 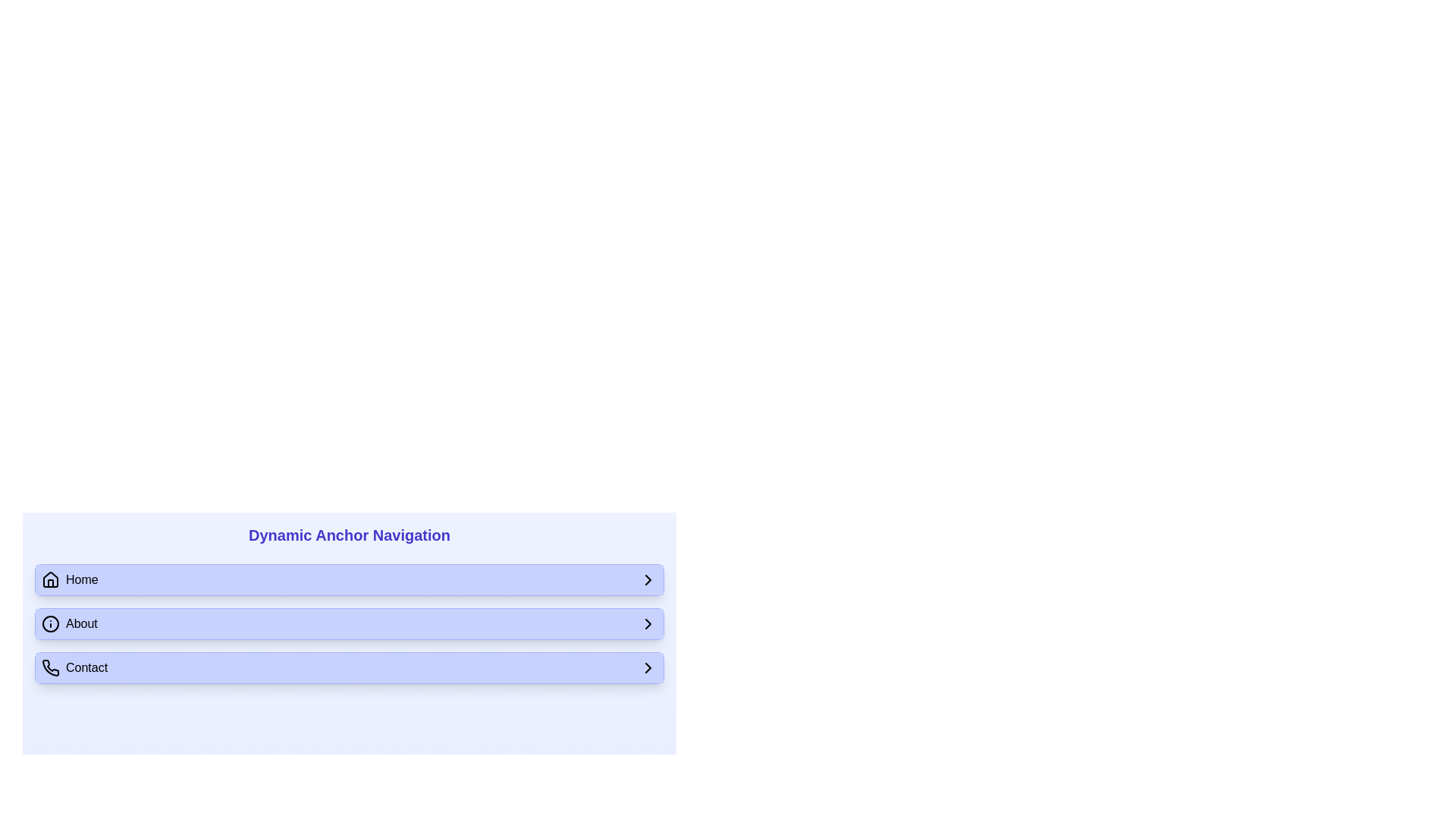 What do you see at coordinates (68, 623) in the screenshot?
I see `the Navigation Link labeled 'About' in the vertically-stacked navigation menu for keyboard navigation` at bounding box center [68, 623].